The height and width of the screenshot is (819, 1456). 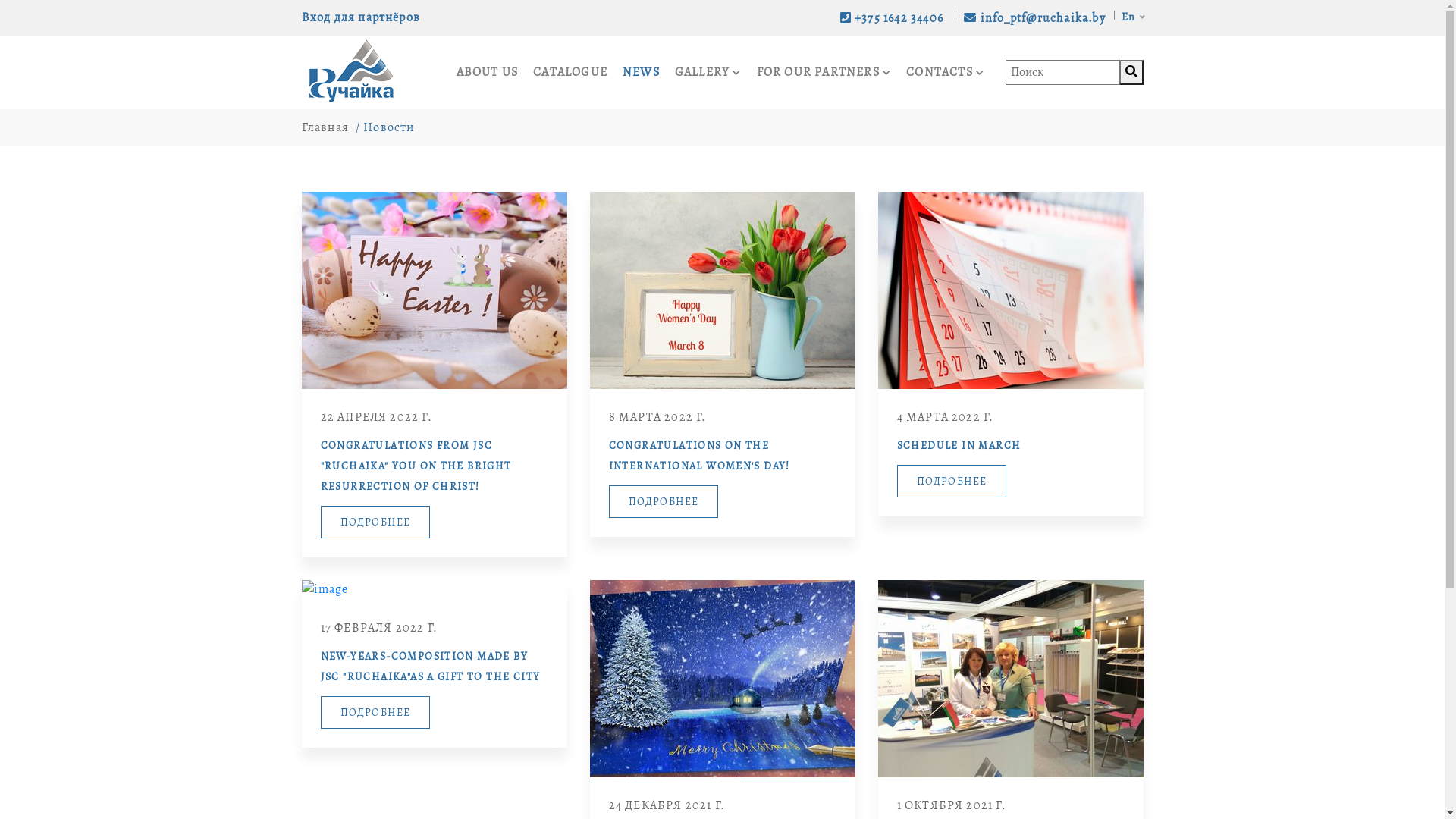 What do you see at coordinates (837, 17) in the screenshot?
I see `' +375 1642 34406 '` at bounding box center [837, 17].